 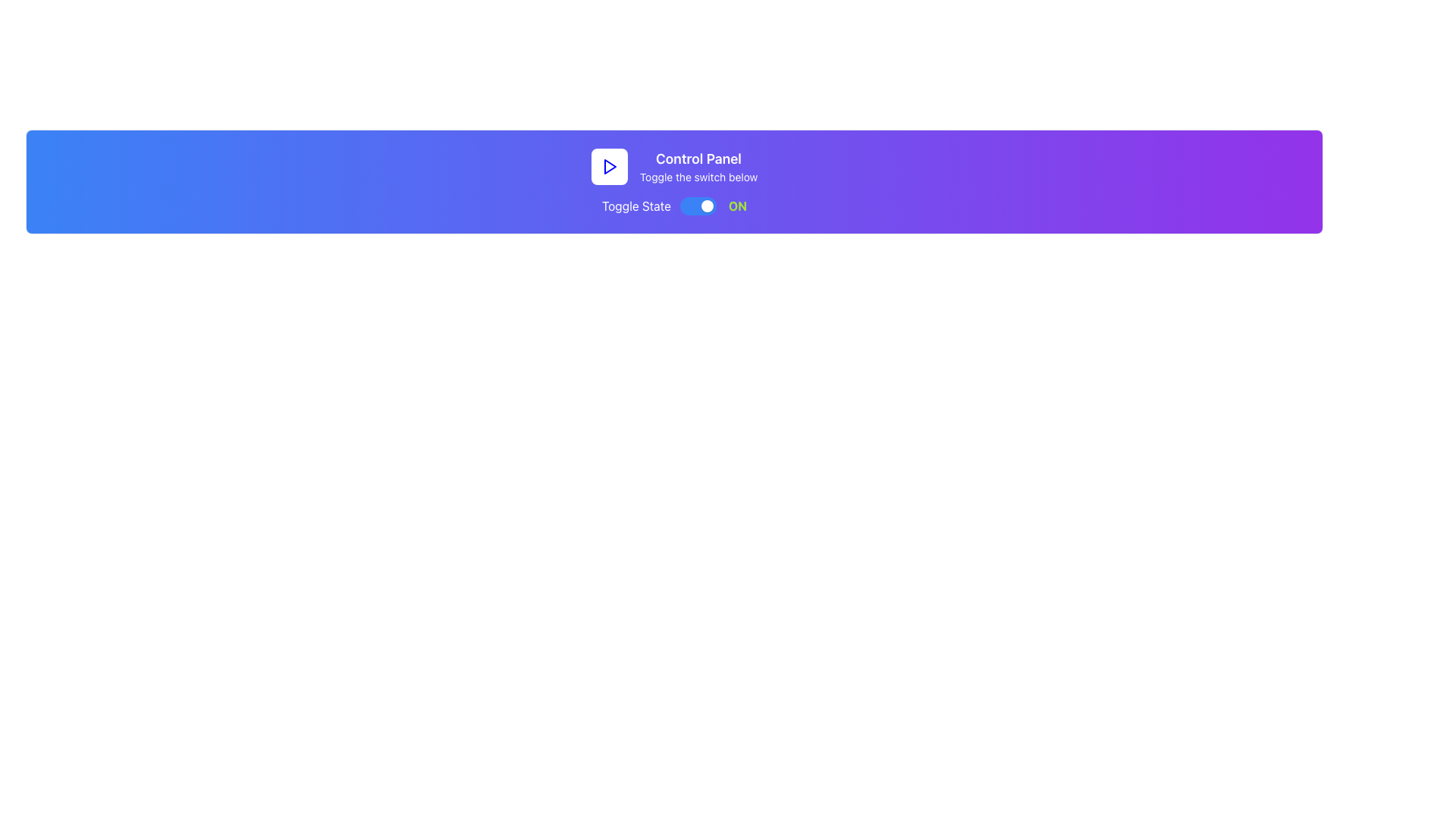 What do you see at coordinates (698, 158) in the screenshot?
I see `text label 'Control Panel' which is displayed in bold white font within the header section that has a gradient background` at bounding box center [698, 158].